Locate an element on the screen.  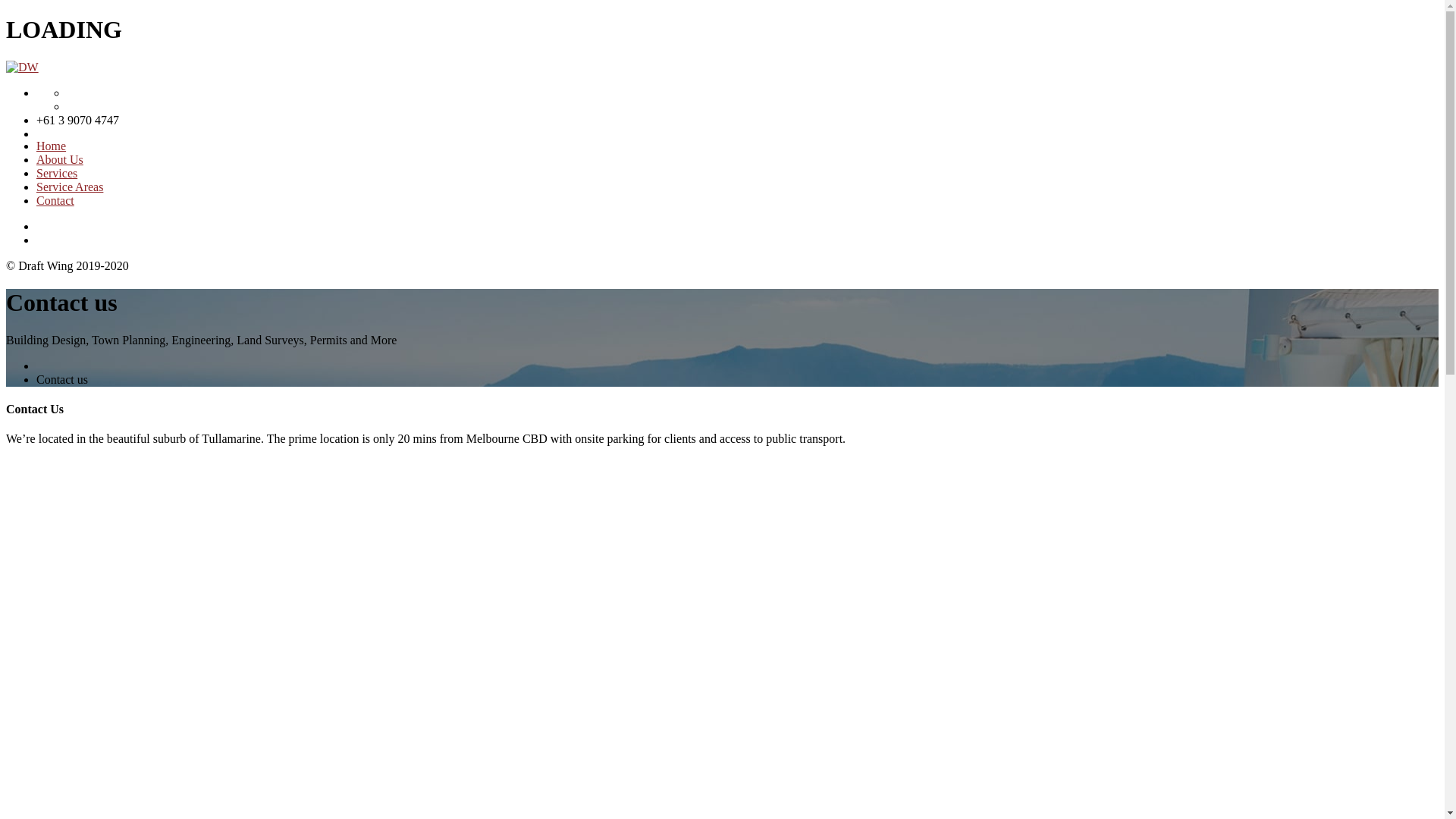
'Services' is located at coordinates (57, 172).